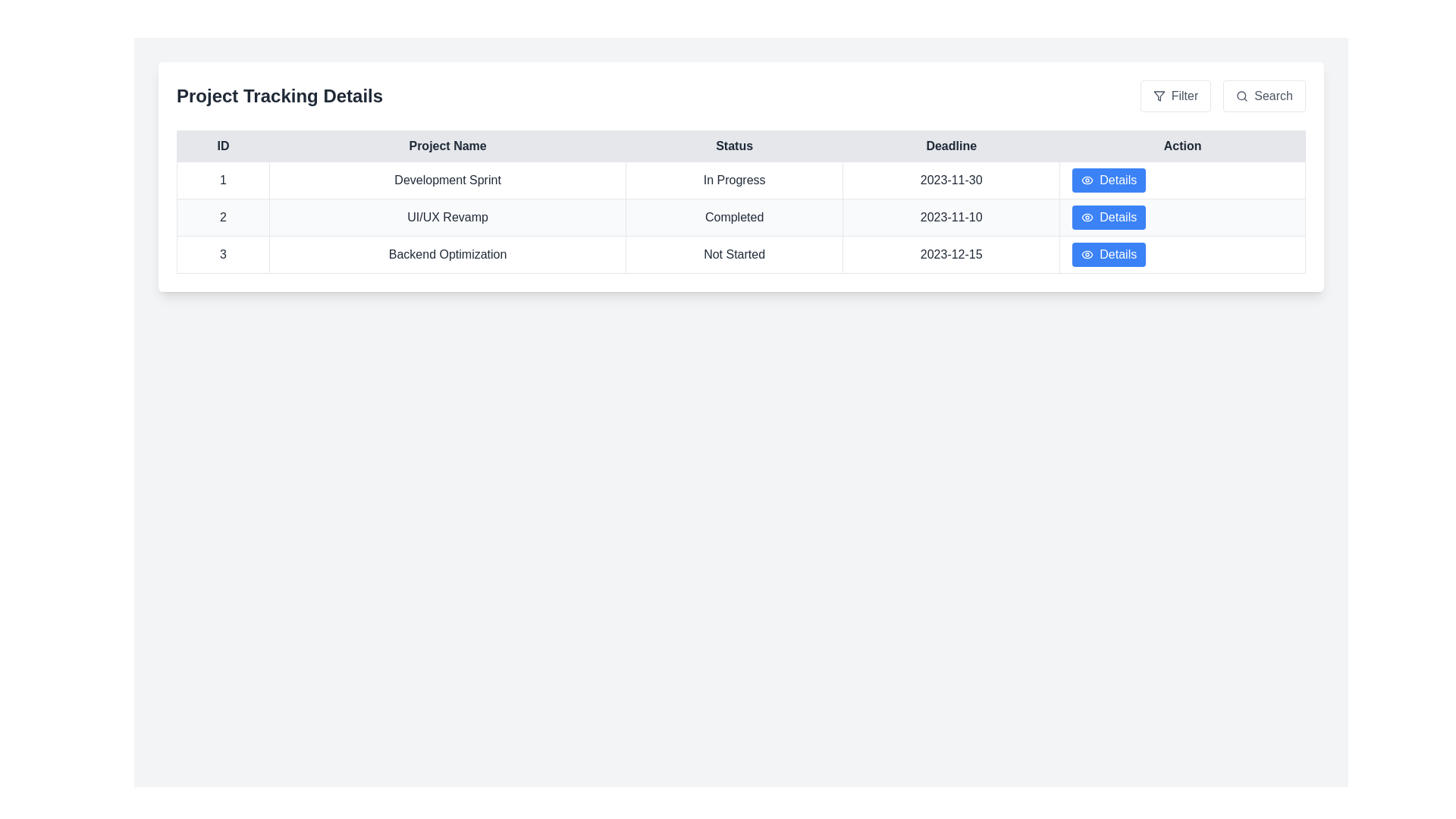 Image resolution: width=1456 pixels, height=819 pixels. Describe the element at coordinates (1175, 96) in the screenshot. I see `the 'Filter' button, which is located in the upper right part of the interface, styled with a gray color scheme and a bordered, rounded rectangle` at that location.